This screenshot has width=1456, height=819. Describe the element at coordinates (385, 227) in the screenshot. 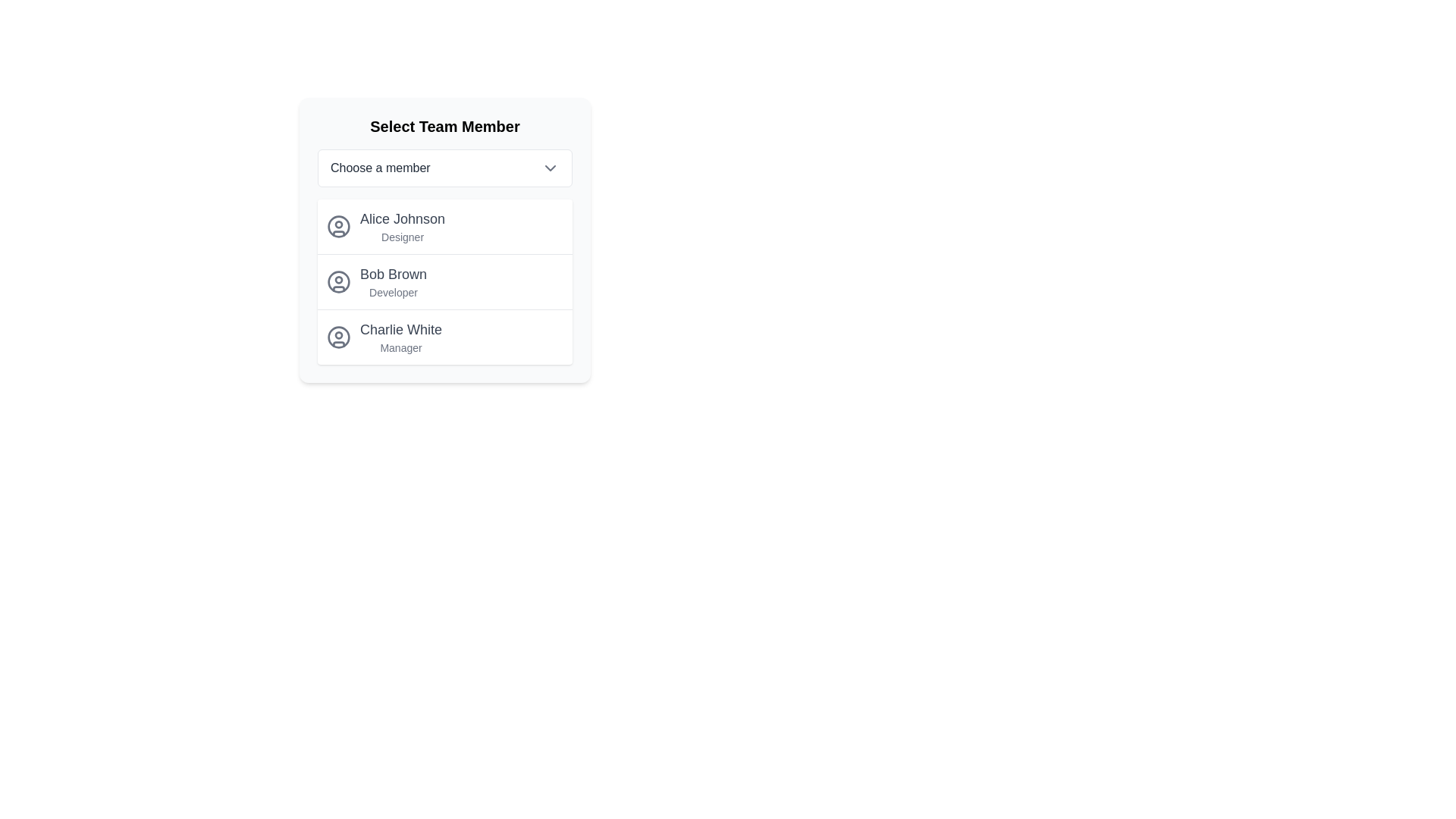

I see `the list item displaying 'Alice Johnson' and 'Designer' for additional actions or highlighting` at that location.